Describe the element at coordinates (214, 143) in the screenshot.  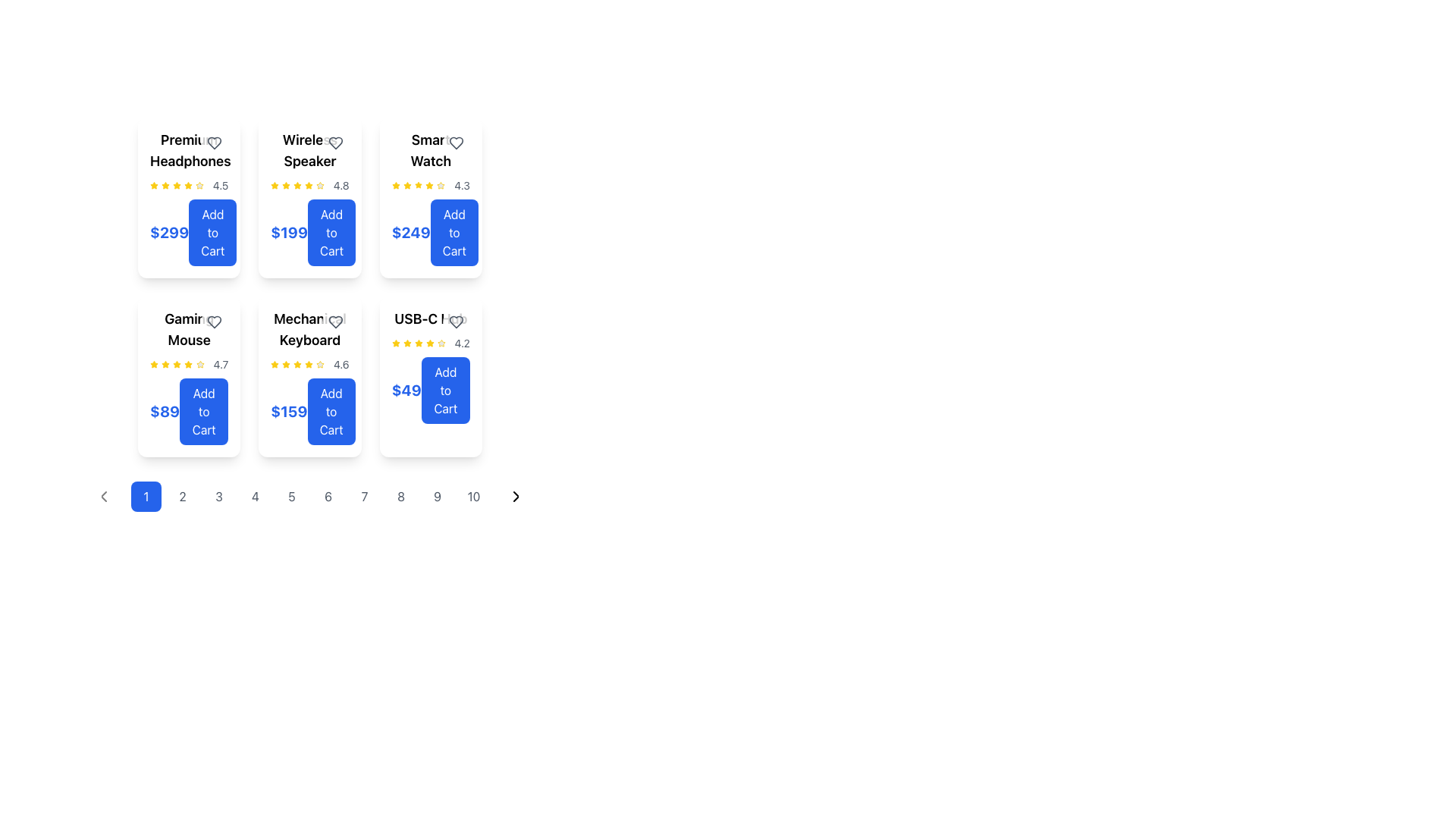
I see `the heart button located in the top left corner above the product card labeled 'Premium Headphones' to mark it as a favorite` at that location.